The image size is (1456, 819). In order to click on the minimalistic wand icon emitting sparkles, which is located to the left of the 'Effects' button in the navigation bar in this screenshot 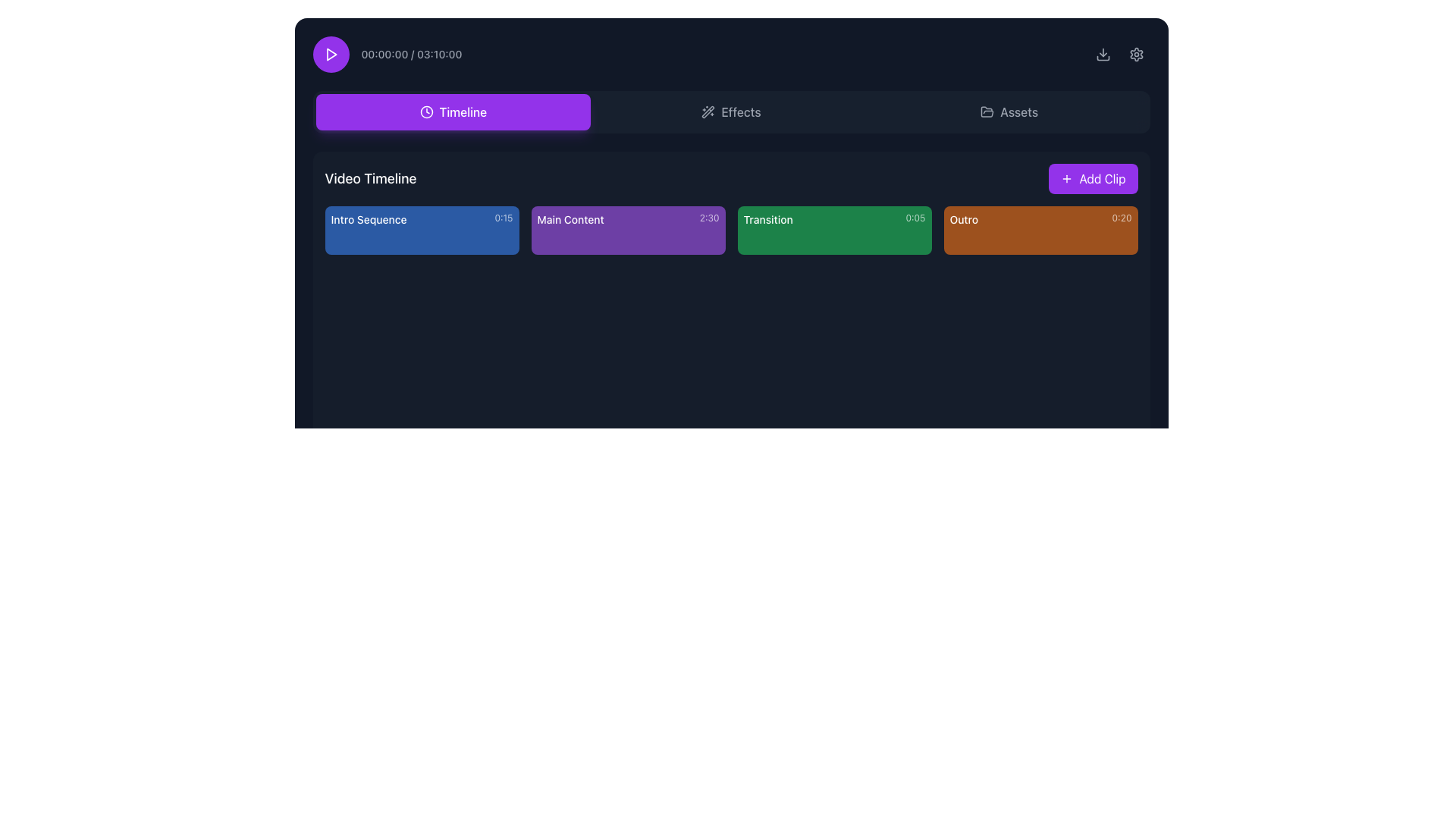, I will do `click(708, 111)`.